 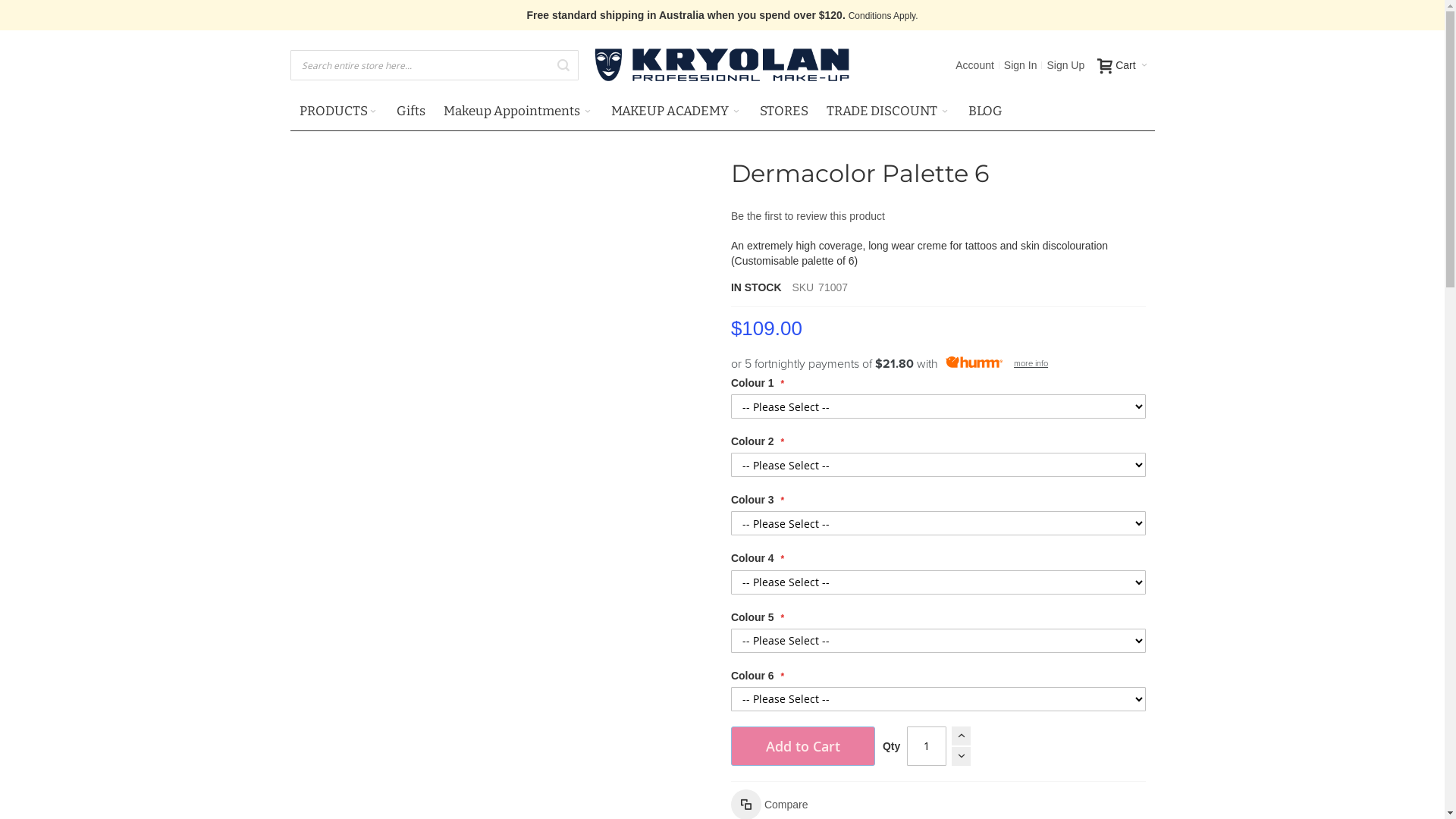 I want to click on 'Gifts', so click(x=386, y=110).